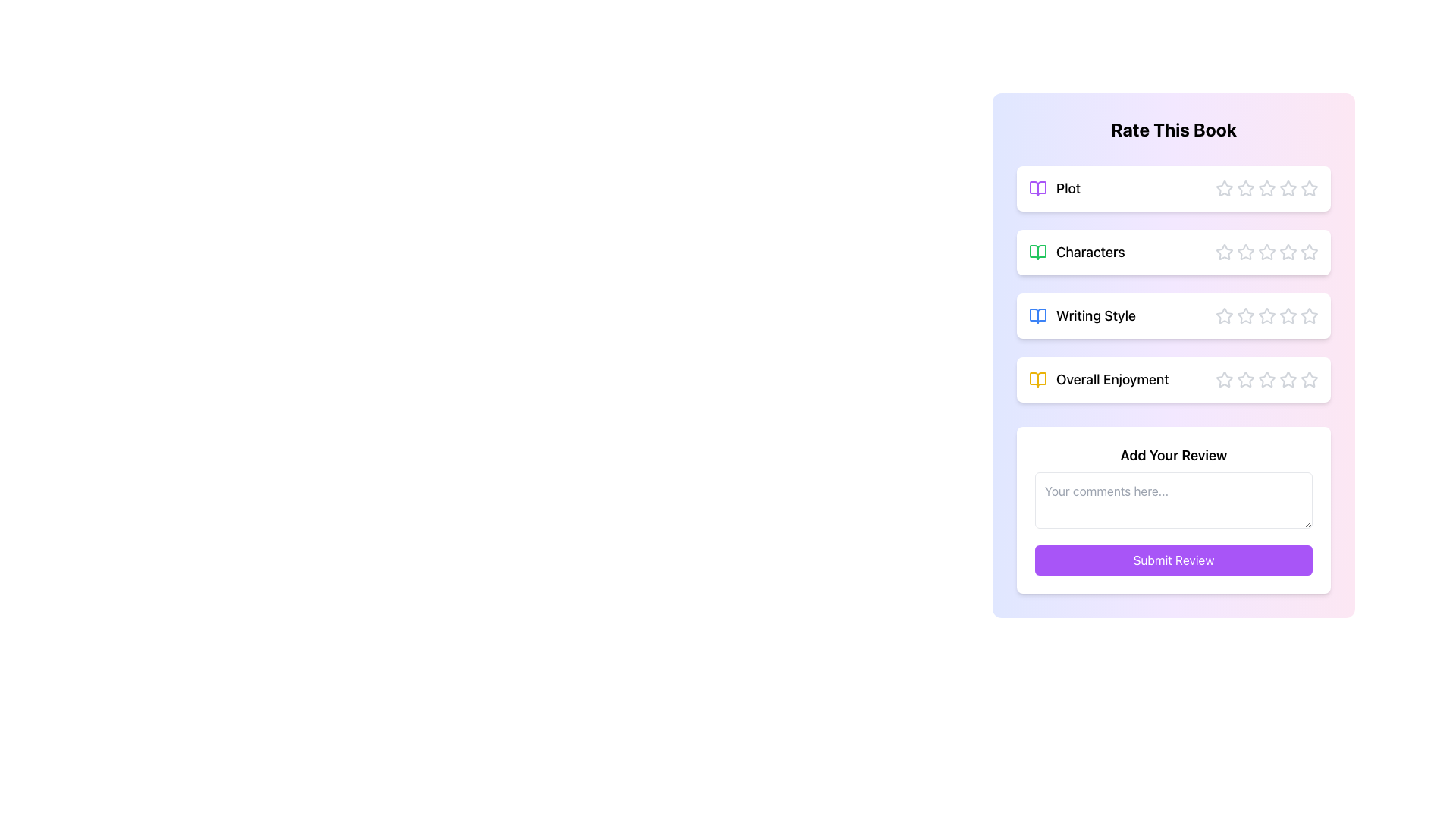 This screenshot has height=819, width=1456. What do you see at coordinates (1309, 188) in the screenshot?
I see `the fifth interactive rating star in the 'Plot' category to assign a 5-star rating` at bounding box center [1309, 188].